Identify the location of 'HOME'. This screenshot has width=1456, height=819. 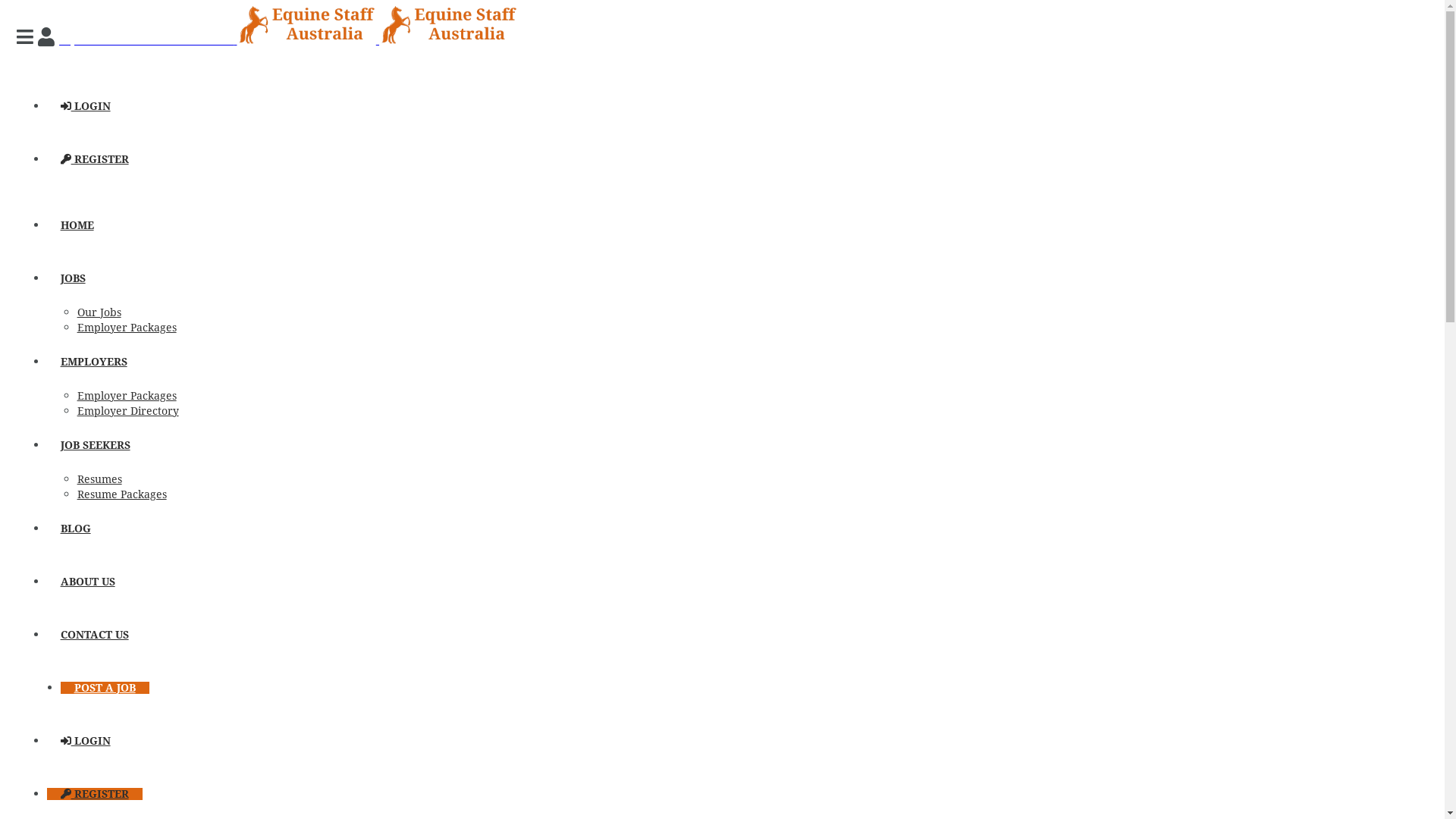
(76, 225).